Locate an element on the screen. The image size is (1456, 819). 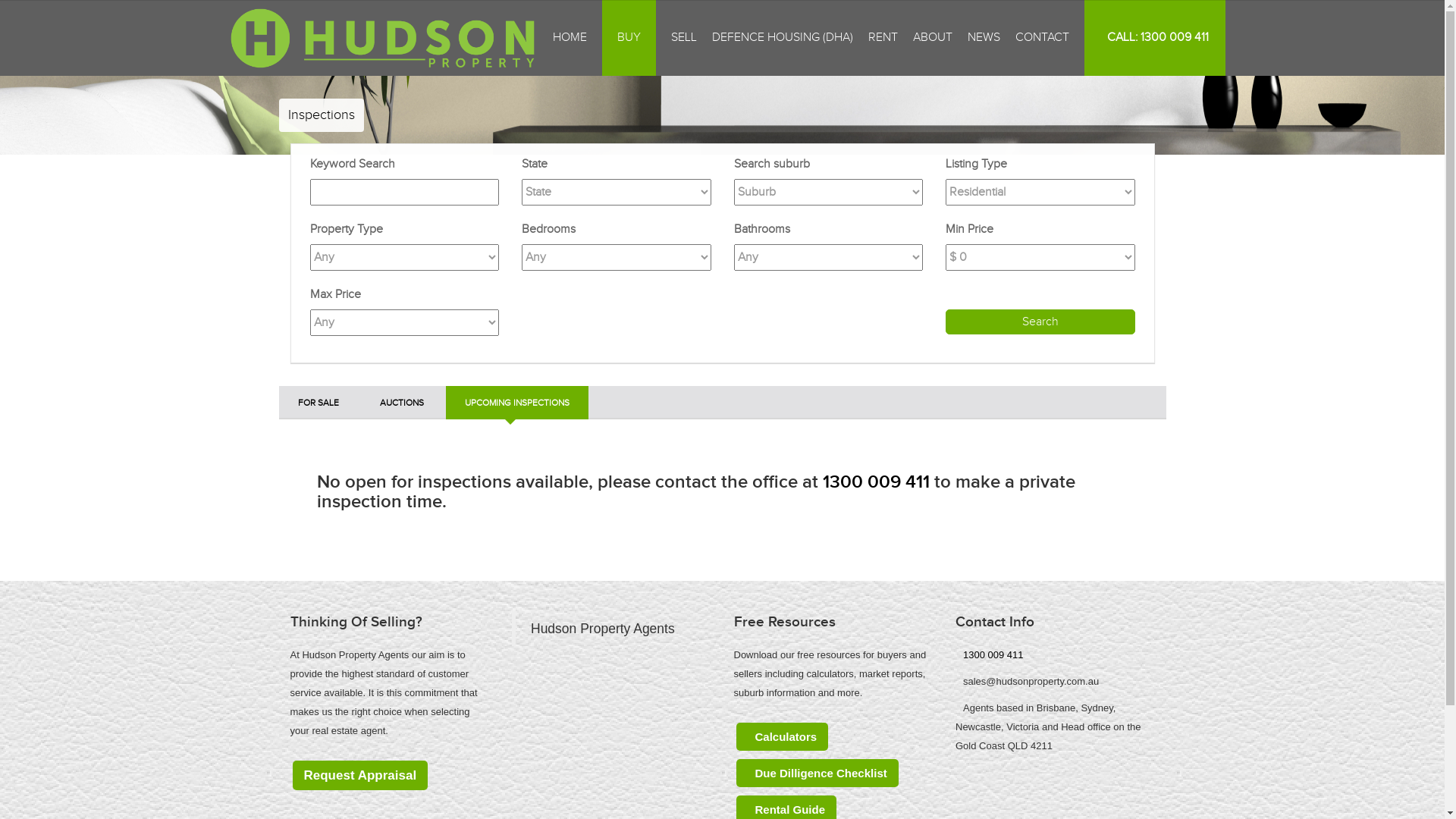
'UPCOMING INSPECTIONS' is located at coordinates (516, 402).